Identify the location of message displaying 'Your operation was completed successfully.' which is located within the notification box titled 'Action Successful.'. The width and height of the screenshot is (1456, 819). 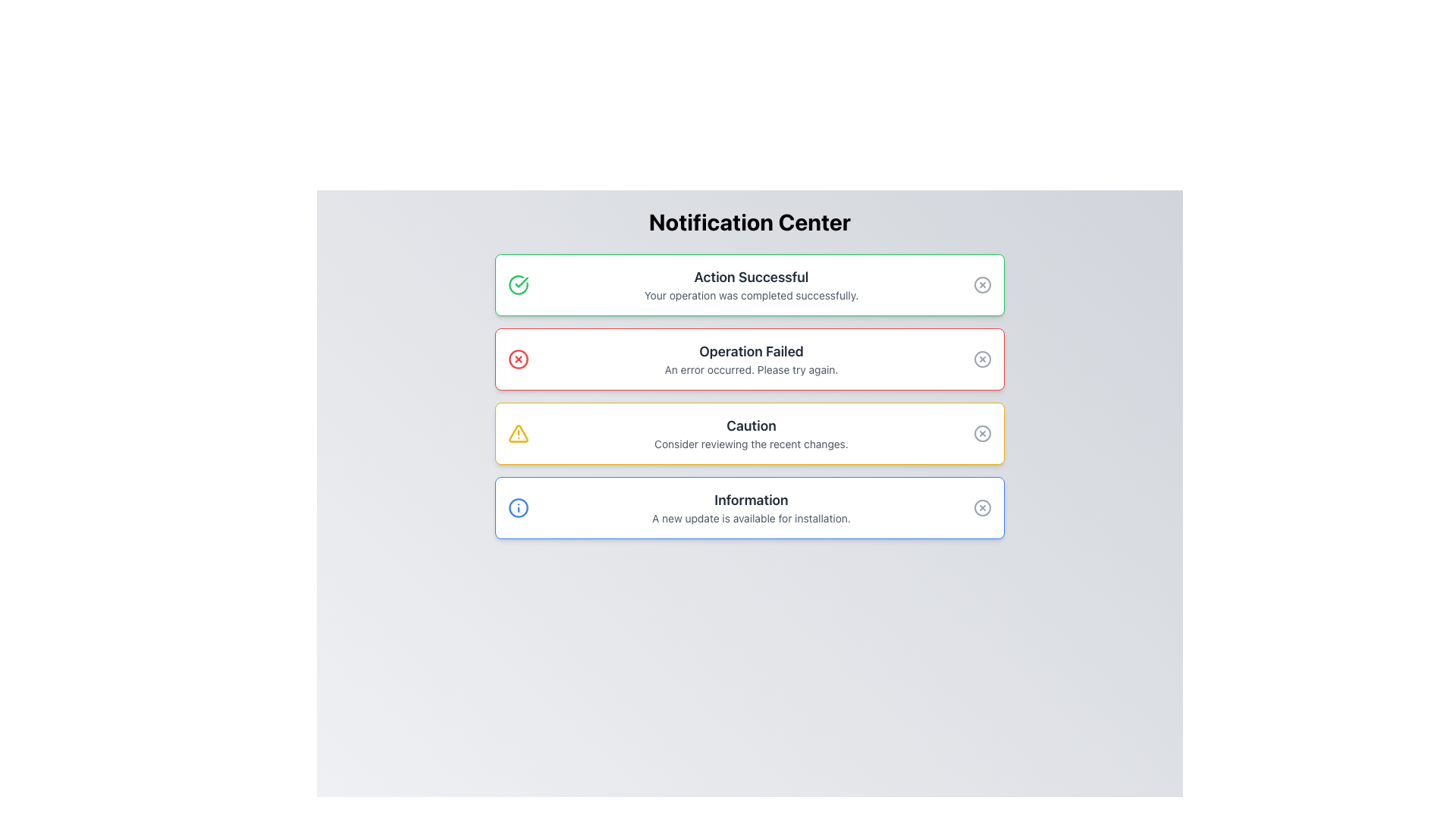
(751, 295).